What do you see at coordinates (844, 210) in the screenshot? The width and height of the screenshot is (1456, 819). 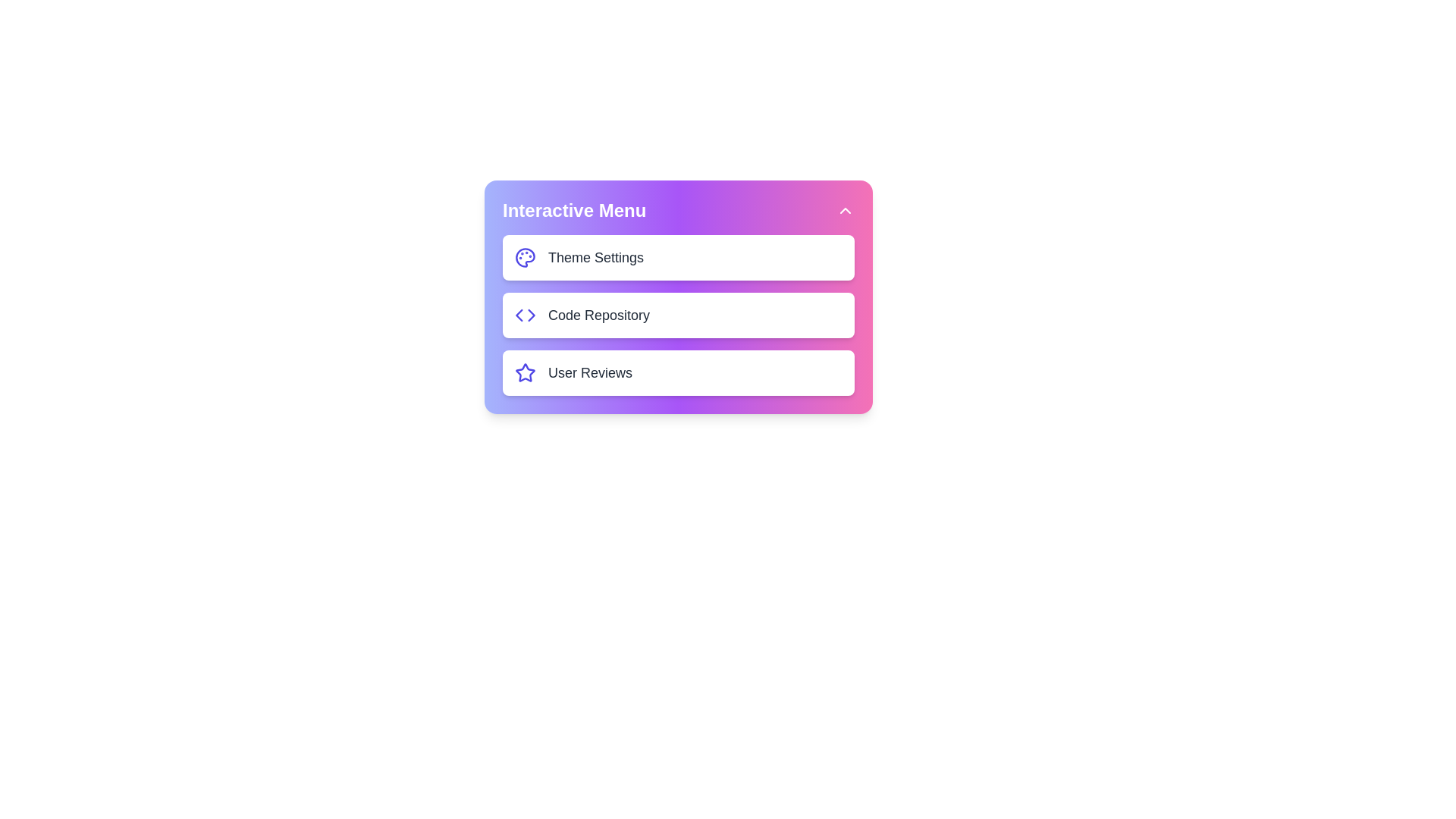 I see `the chevron button to toggle the menu visibility` at bounding box center [844, 210].